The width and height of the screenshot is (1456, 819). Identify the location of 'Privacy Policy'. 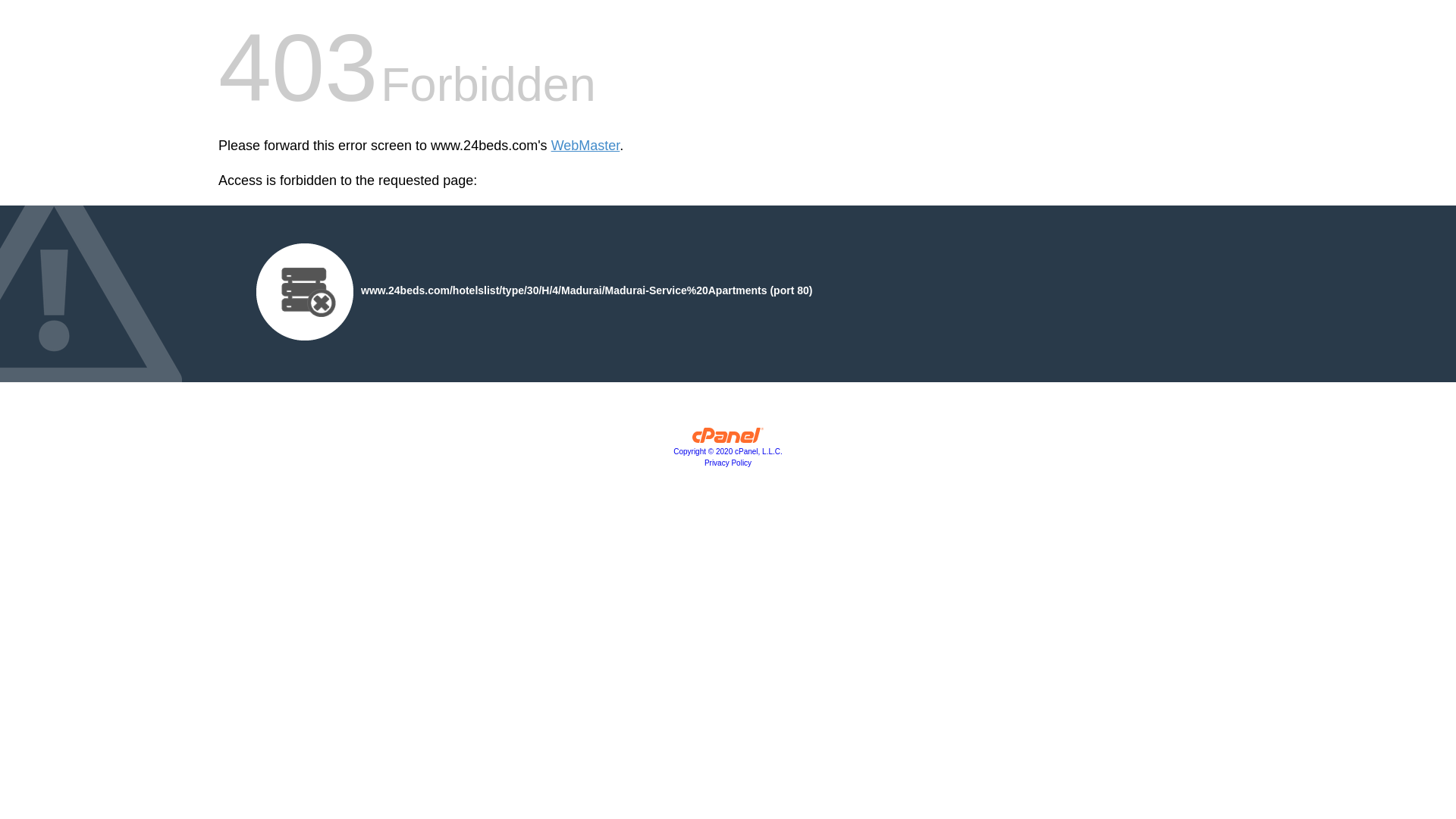
(728, 462).